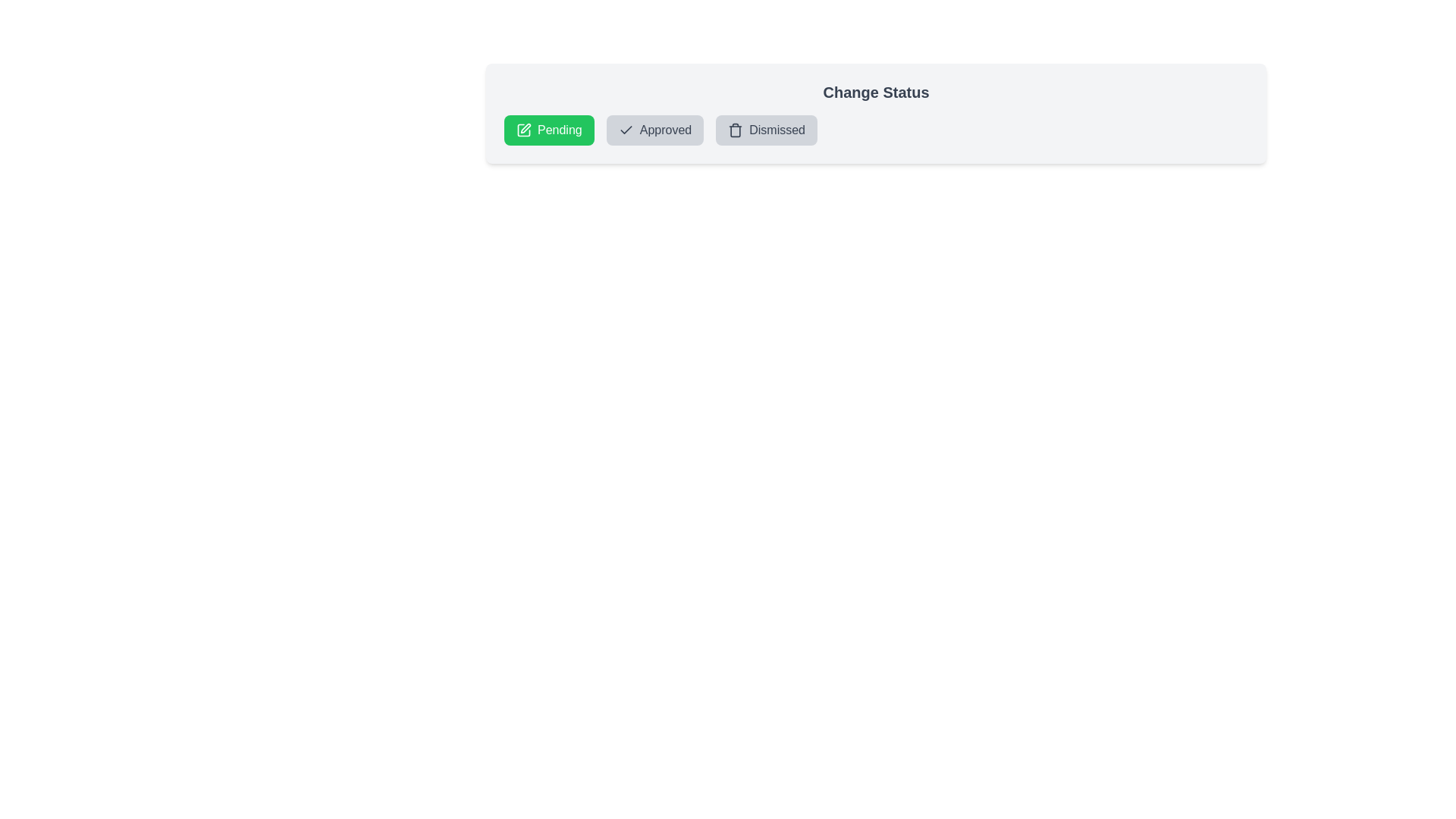 This screenshot has height=819, width=1456. I want to click on the status chip labeled 'Approved' to view its associated icon, so click(655, 130).